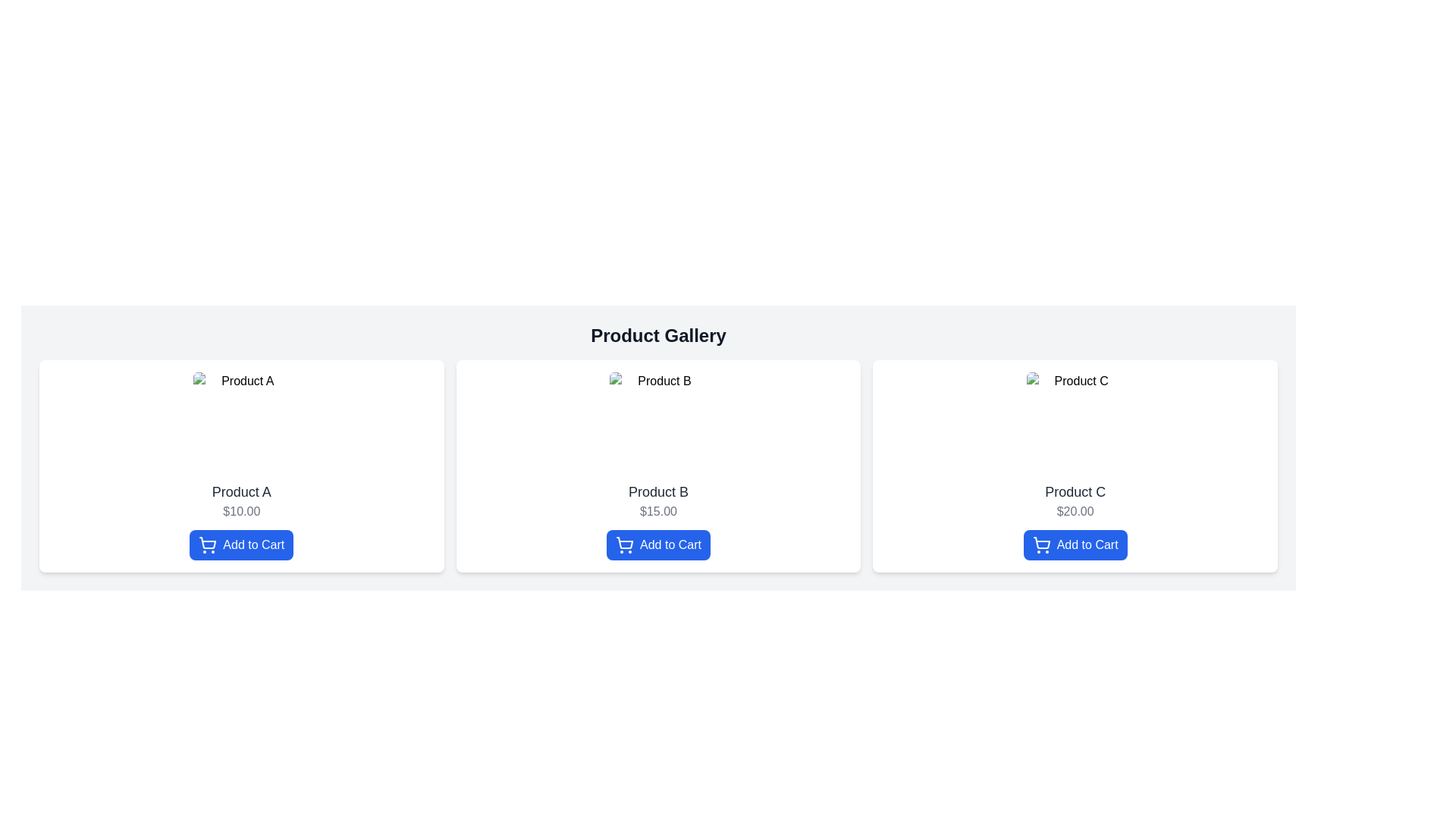 The width and height of the screenshot is (1456, 819). What do you see at coordinates (625, 544) in the screenshot?
I see `the information by clicking on the Add to Cart icon located in the Product B section of the Product Gallery` at bounding box center [625, 544].